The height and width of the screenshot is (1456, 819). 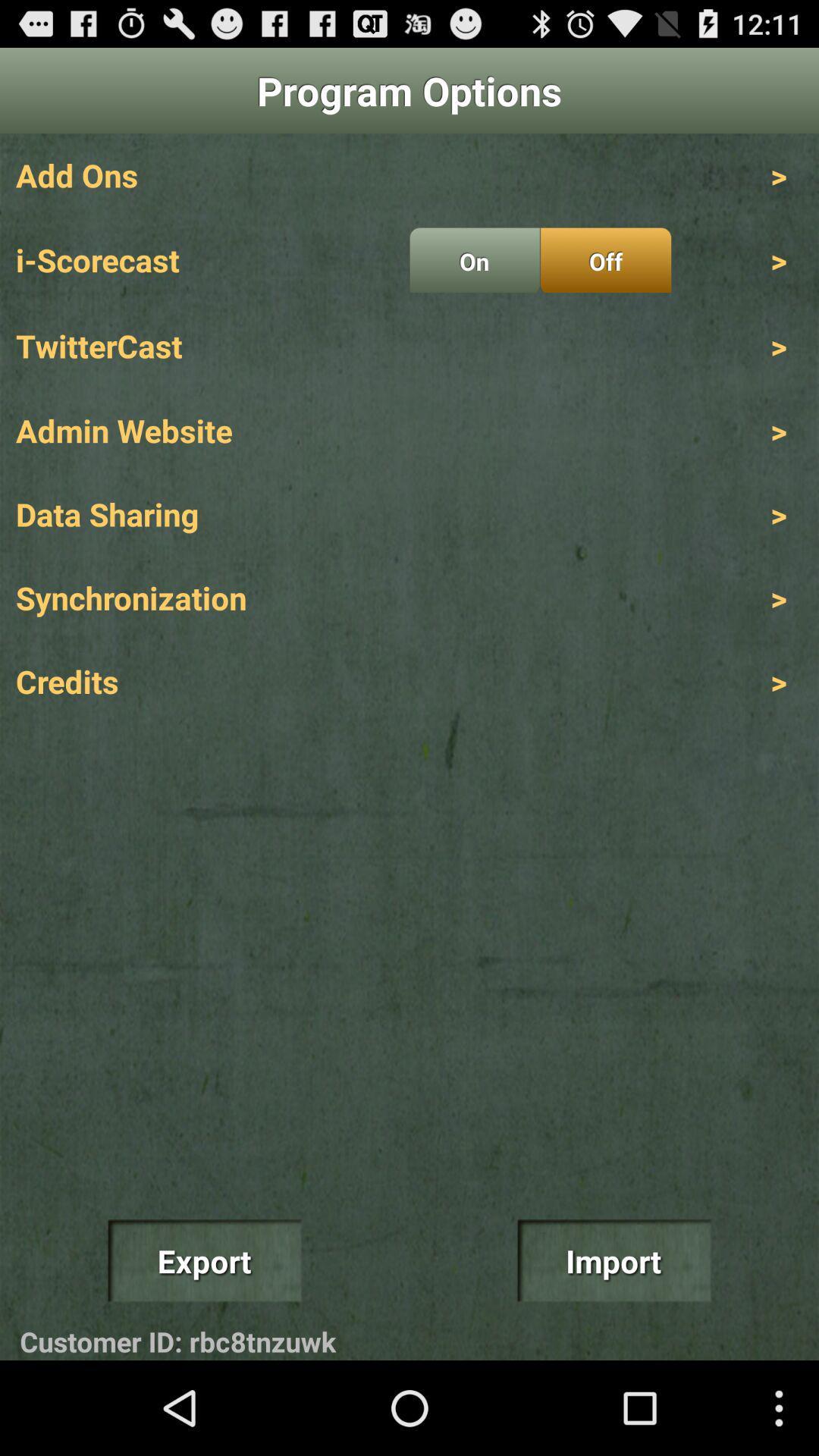 What do you see at coordinates (605, 260) in the screenshot?
I see `the off icon` at bounding box center [605, 260].